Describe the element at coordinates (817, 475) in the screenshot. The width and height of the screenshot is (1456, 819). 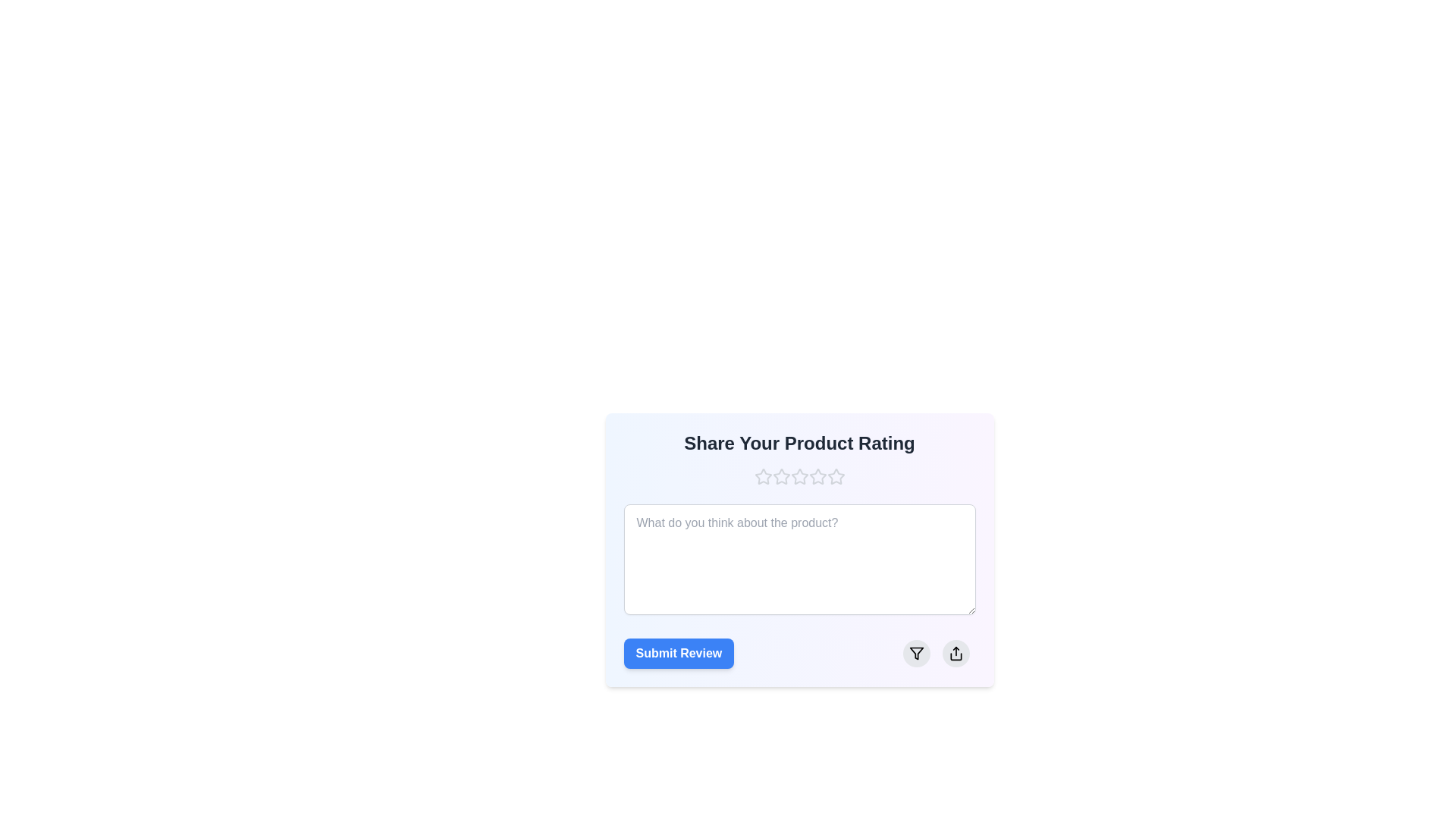
I see `the third star icon in the 'Share Your Product Rating' section` at that location.